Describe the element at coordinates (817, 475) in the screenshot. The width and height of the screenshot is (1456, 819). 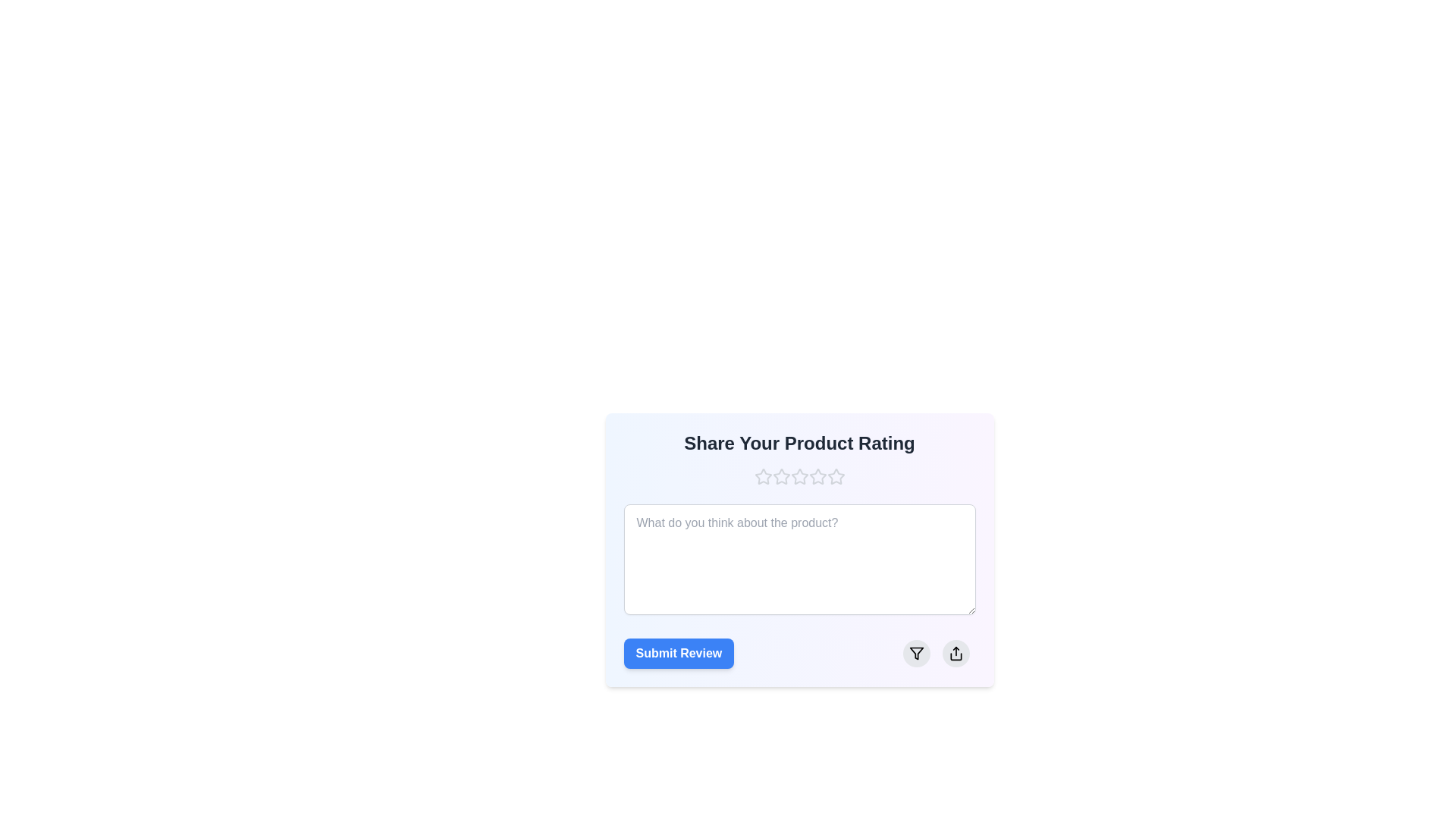
I see `the third star icon in the 'Share Your Product Rating' section` at that location.